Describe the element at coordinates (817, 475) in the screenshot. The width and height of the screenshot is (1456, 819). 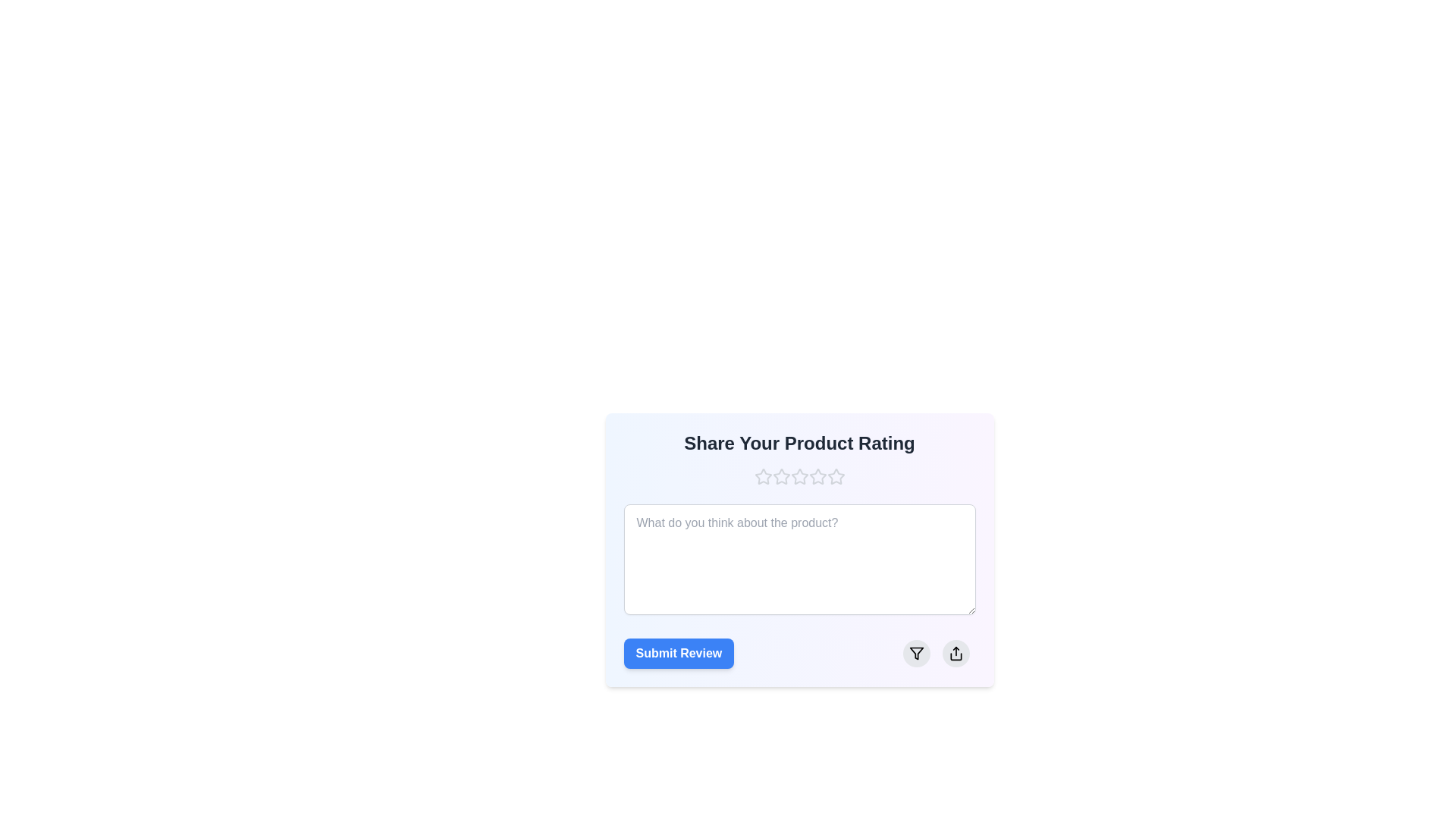
I see `the third star icon in the 'Share Your Product Rating' section` at that location.